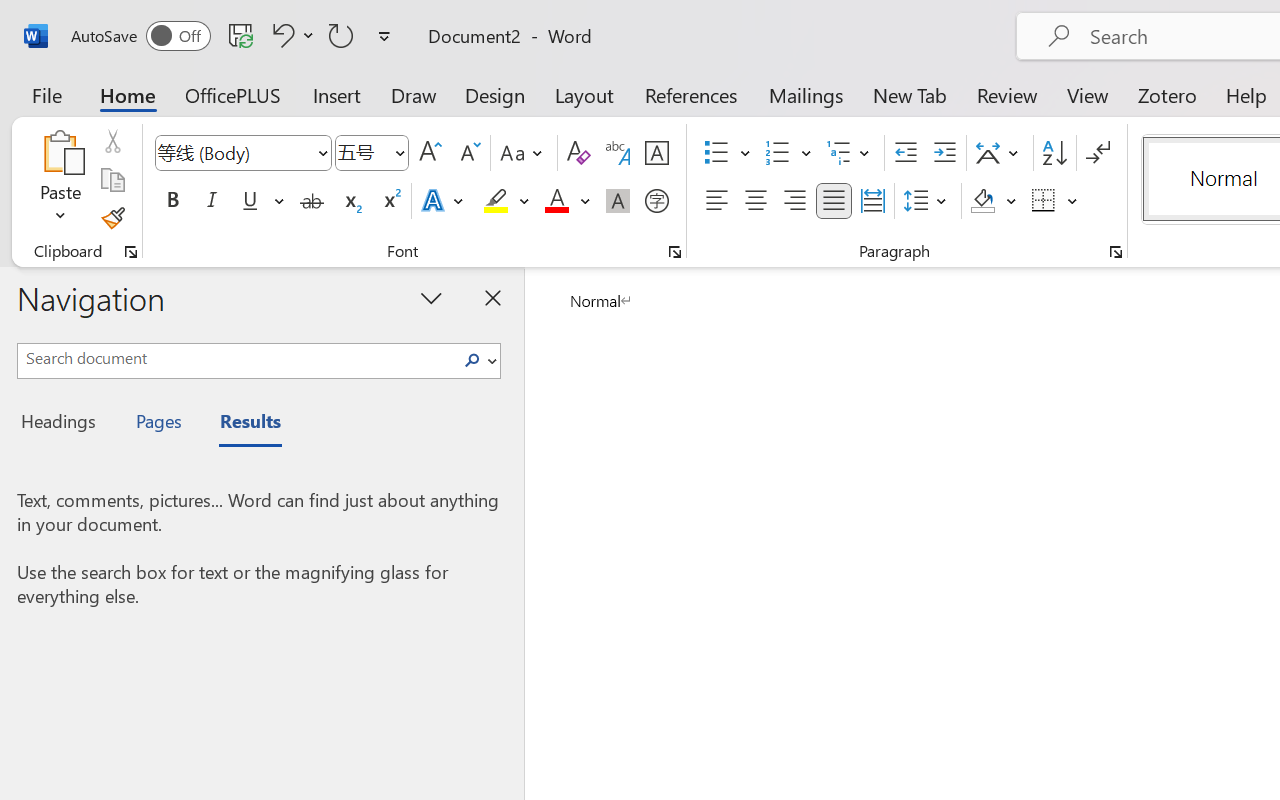 This screenshot has width=1280, height=800. I want to click on 'Search', so click(477, 360).